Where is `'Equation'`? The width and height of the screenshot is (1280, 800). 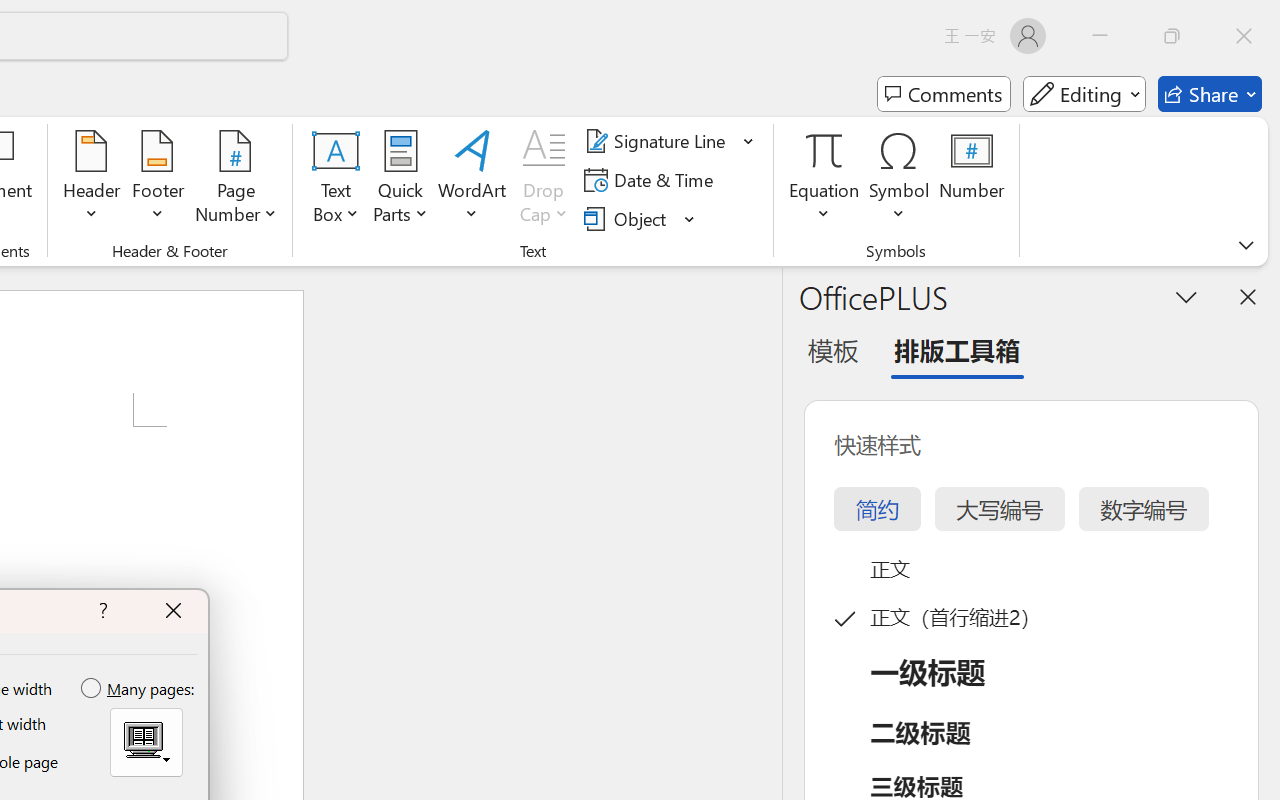 'Equation' is located at coordinates (824, 179).